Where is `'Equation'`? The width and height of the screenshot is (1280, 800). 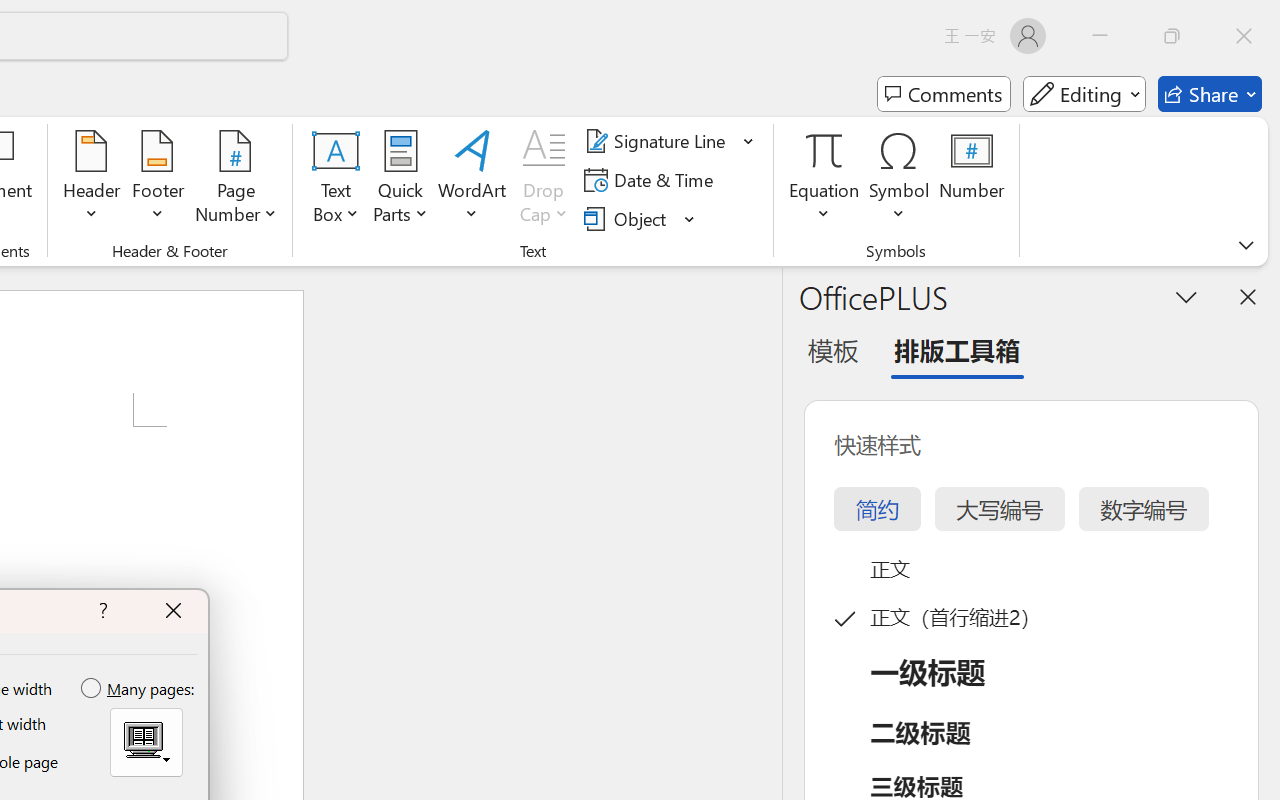 'Equation' is located at coordinates (824, 179).